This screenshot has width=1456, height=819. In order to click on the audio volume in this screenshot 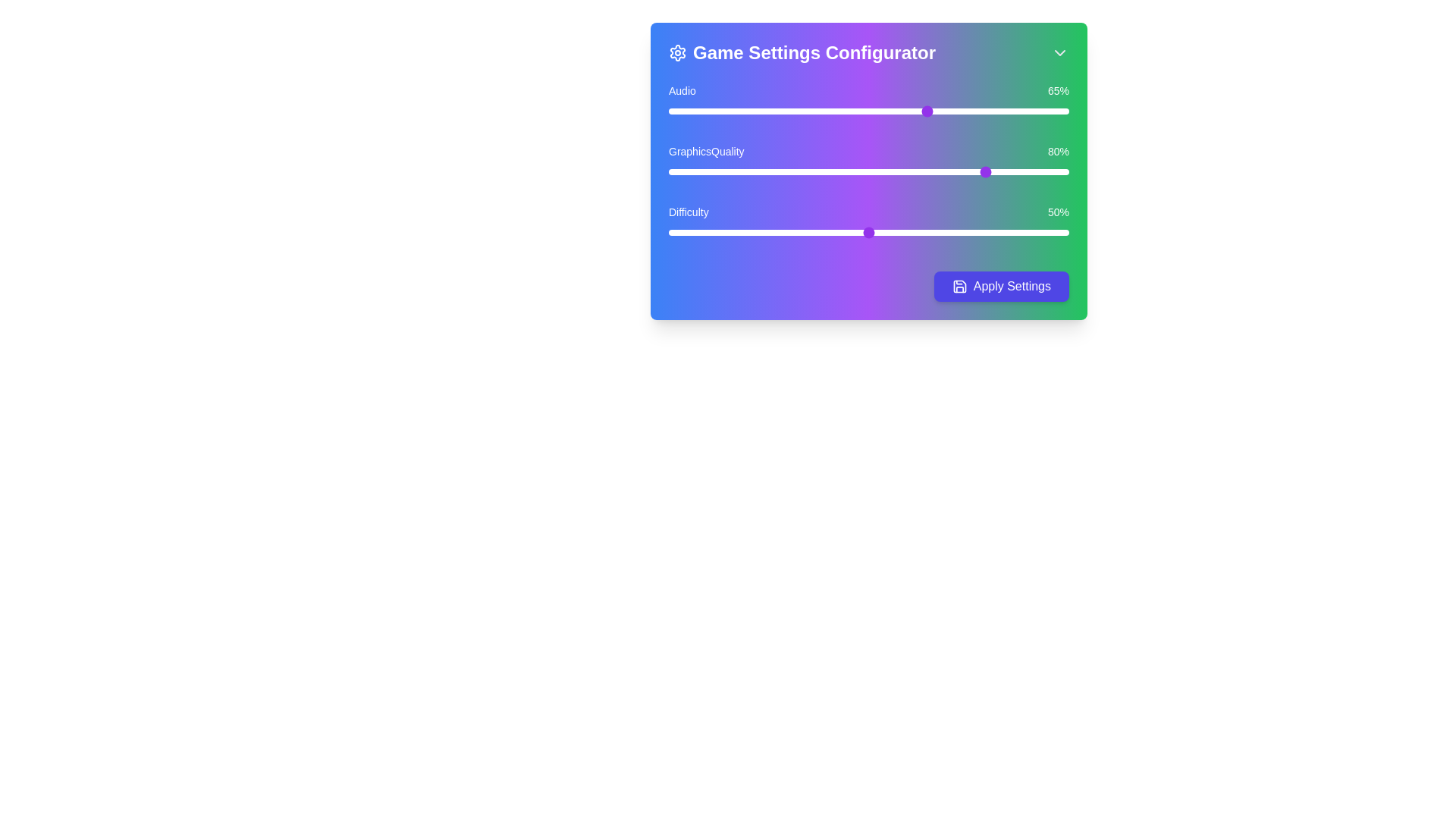, I will do `click(908, 110)`.